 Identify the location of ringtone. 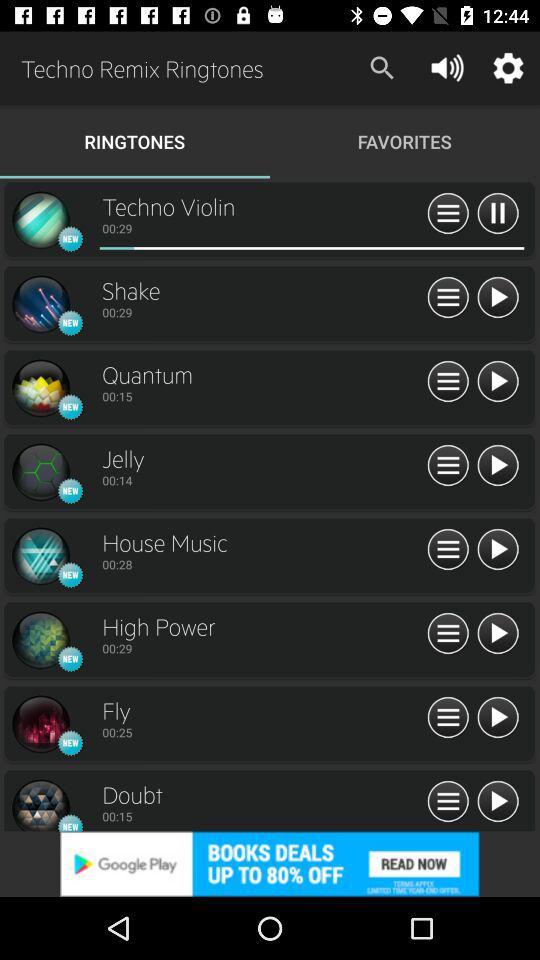
(496, 381).